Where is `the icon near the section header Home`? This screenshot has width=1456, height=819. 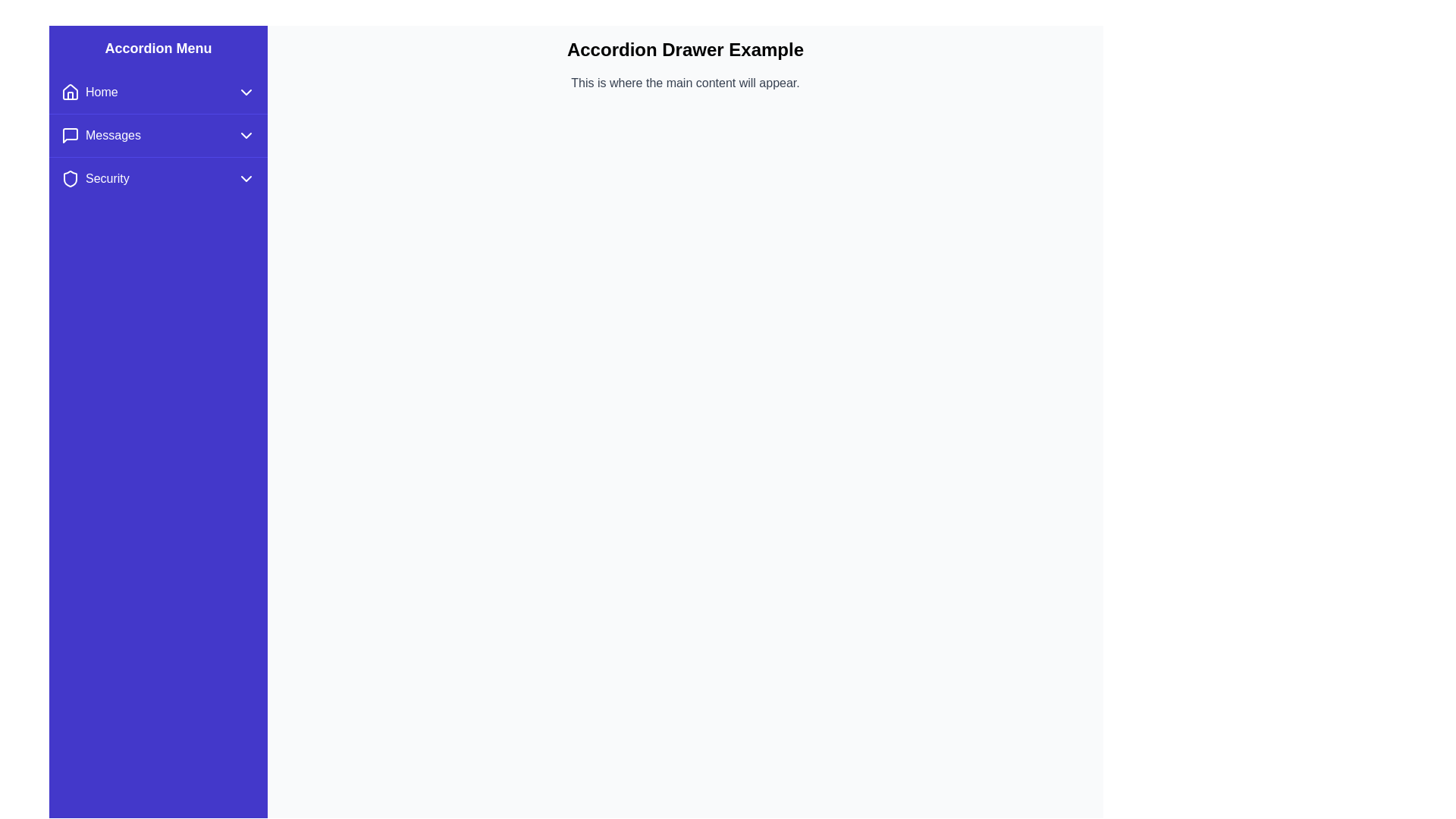
the icon near the section header Home is located at coordinates (69, 93).